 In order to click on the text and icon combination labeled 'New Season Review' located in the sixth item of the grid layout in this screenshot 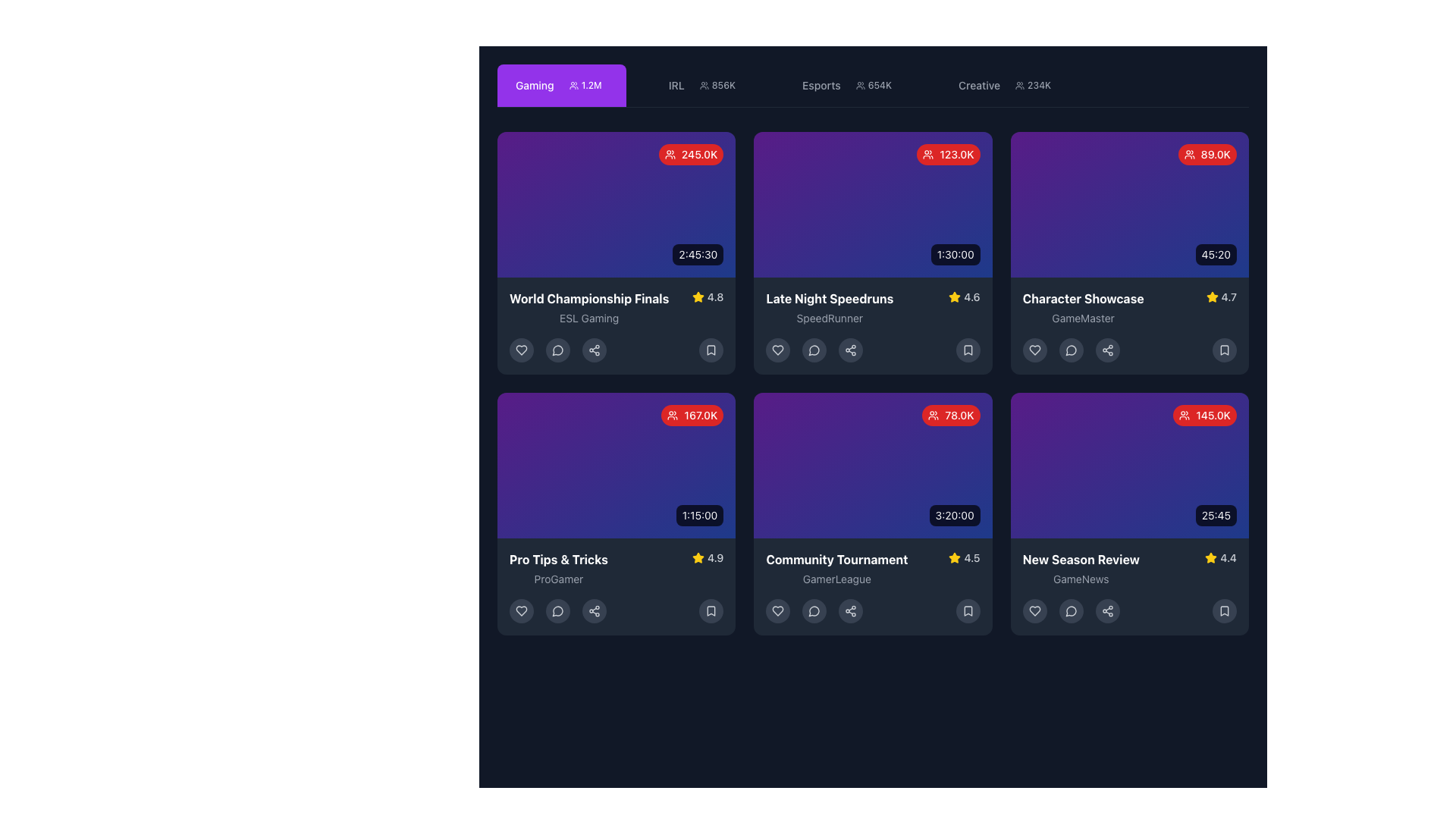, I will do `click(1129, 568)`.